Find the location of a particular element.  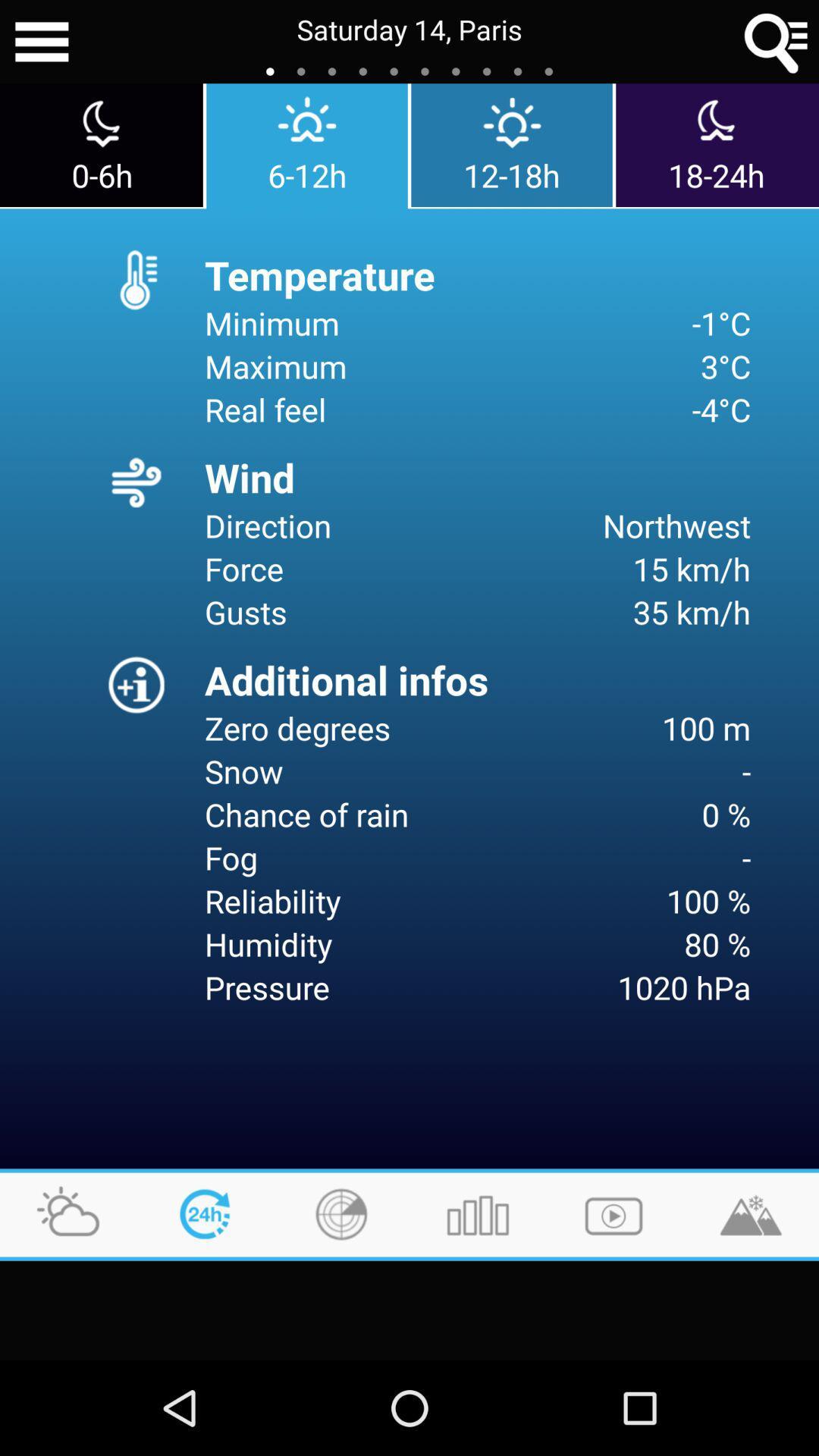

icon next to the saturday 14, paris app is located at coordinates (41, 42).